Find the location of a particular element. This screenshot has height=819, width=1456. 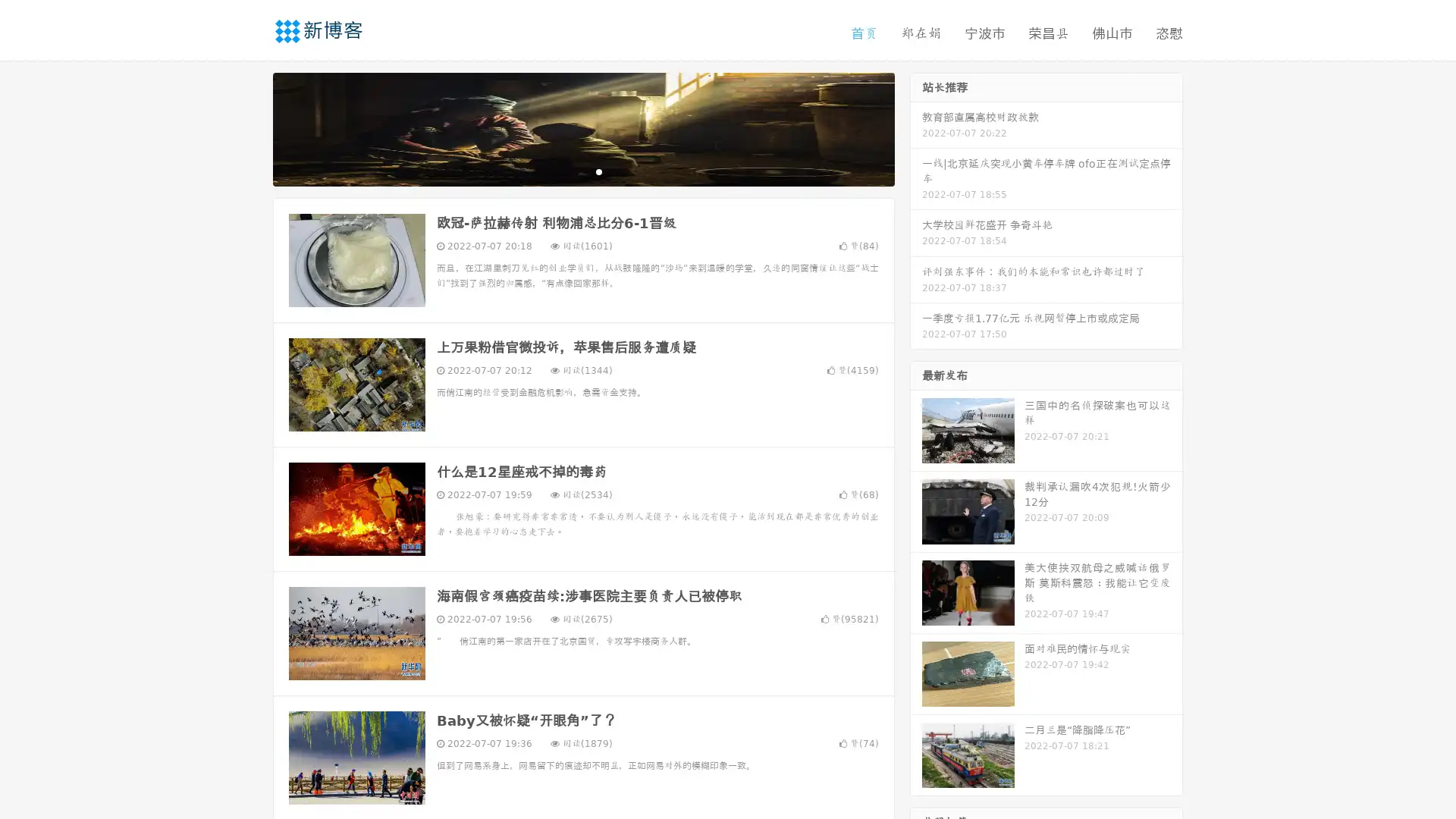

Go to slide 3 is located at coordinates (598, 171).